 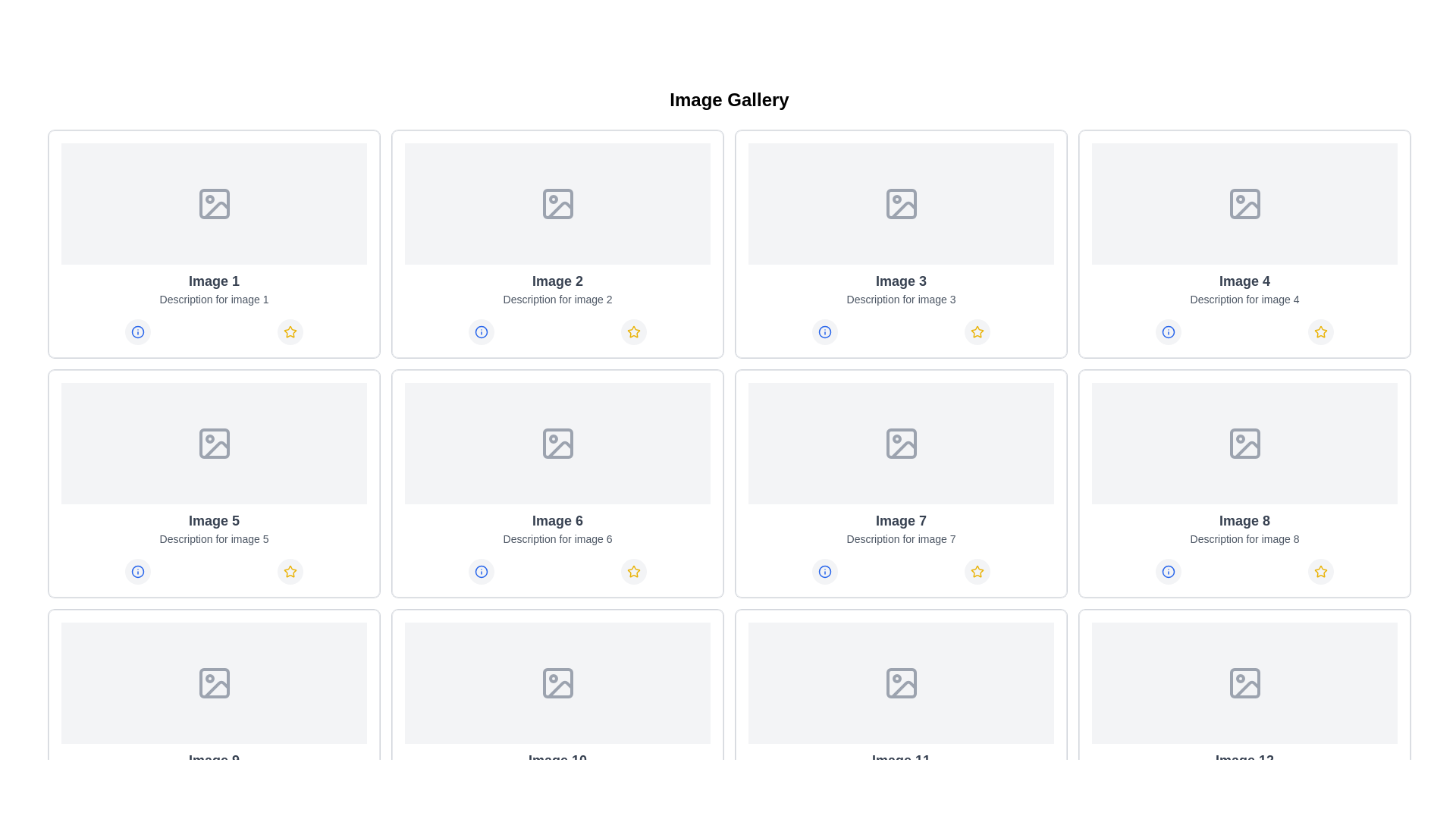 What do you see at coordinates (557, 760) in the screenshot?
I see `the text label identifying the content of the card as 'Image 10', located in the lower-central portion of the card, above the description text and below the image placeholder` at bounding box center [557, 760].